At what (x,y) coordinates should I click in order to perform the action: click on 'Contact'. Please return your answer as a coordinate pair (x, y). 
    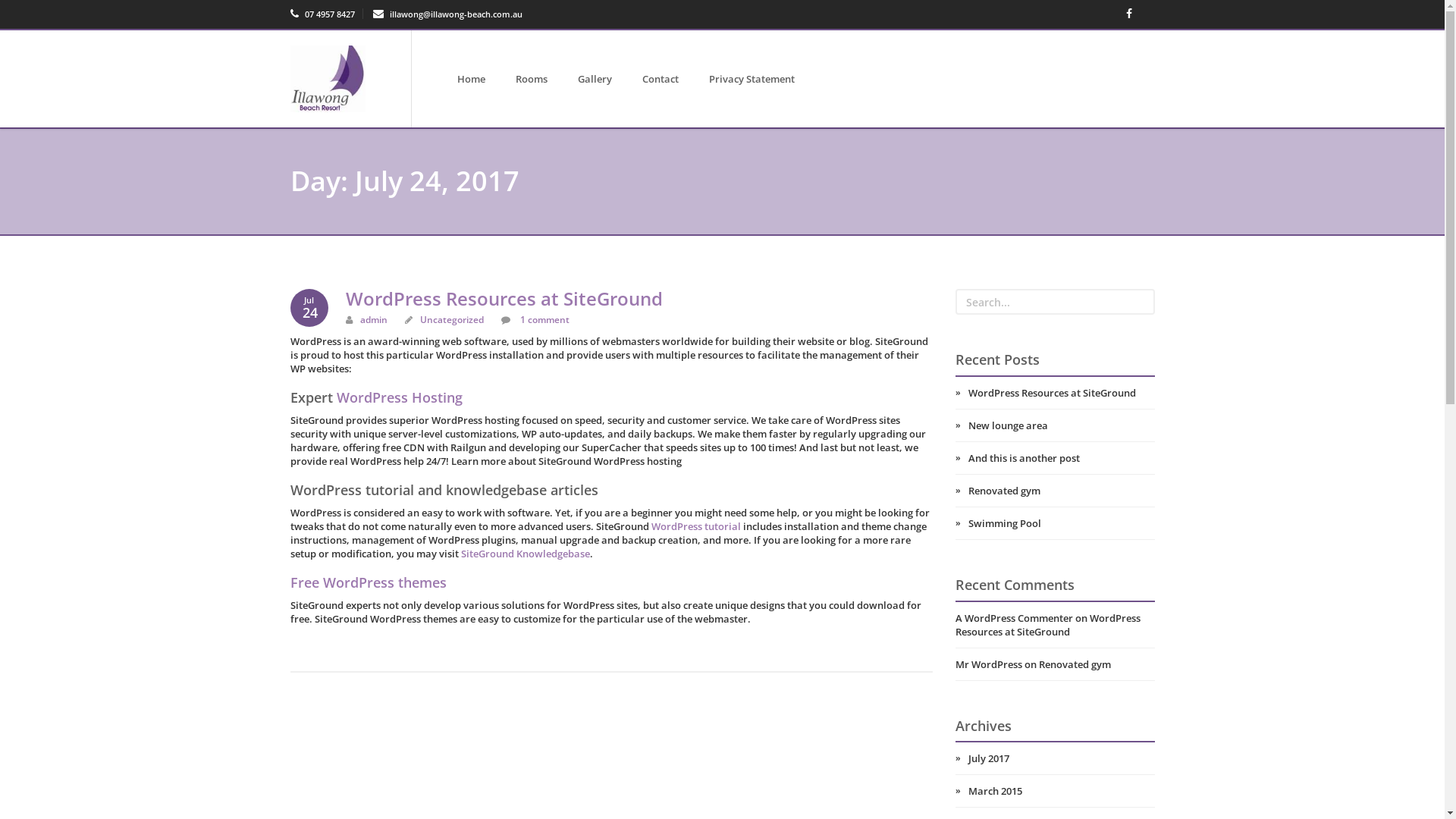
    Looking at the image, I should click on (660, 79).